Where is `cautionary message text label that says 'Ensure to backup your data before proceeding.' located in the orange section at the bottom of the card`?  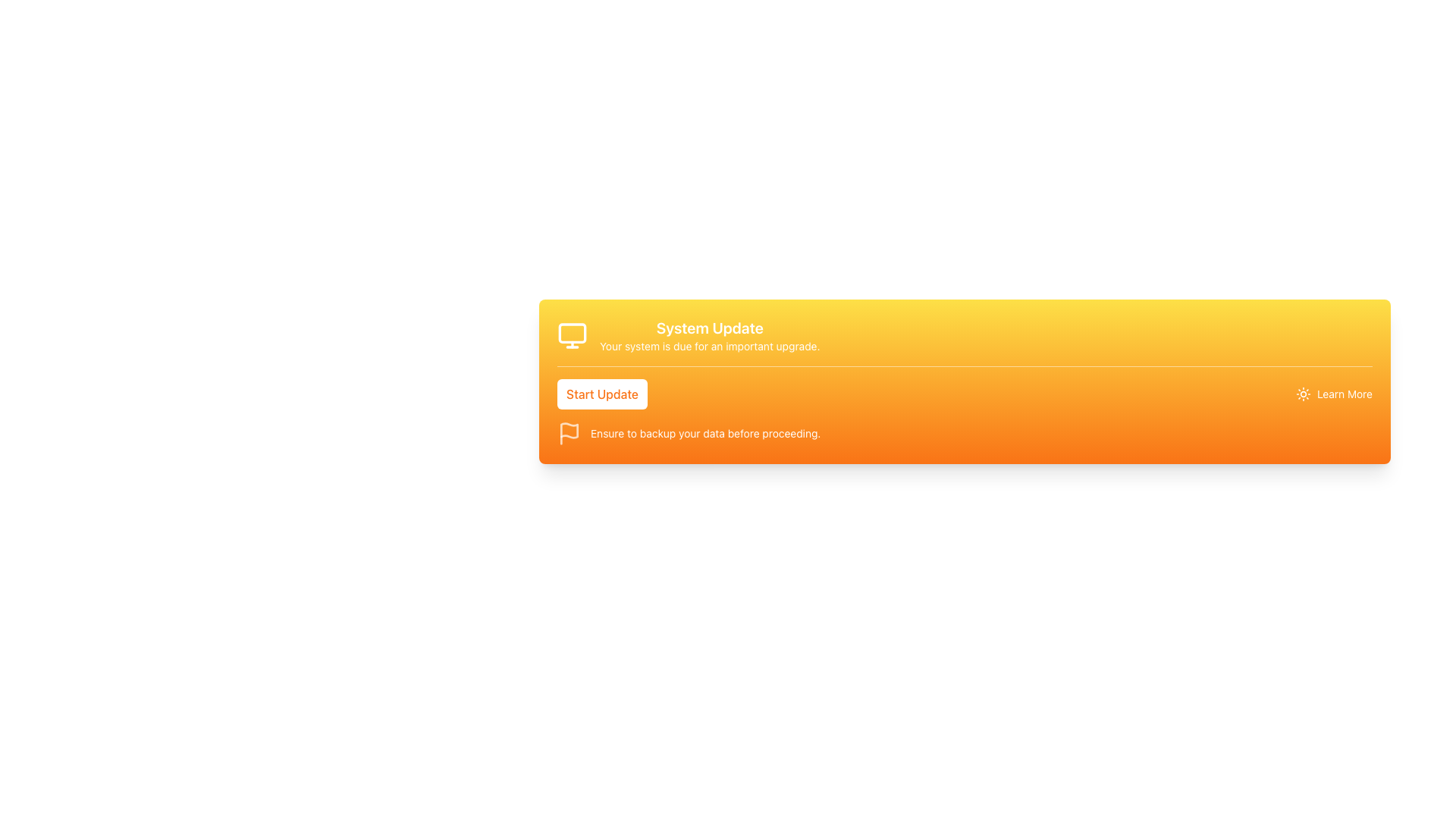
cautionary message text label that says 'Ensure to backup your data before proceeding.' located in the orange section at the bottom of the card is located at coordinates (704, 433).